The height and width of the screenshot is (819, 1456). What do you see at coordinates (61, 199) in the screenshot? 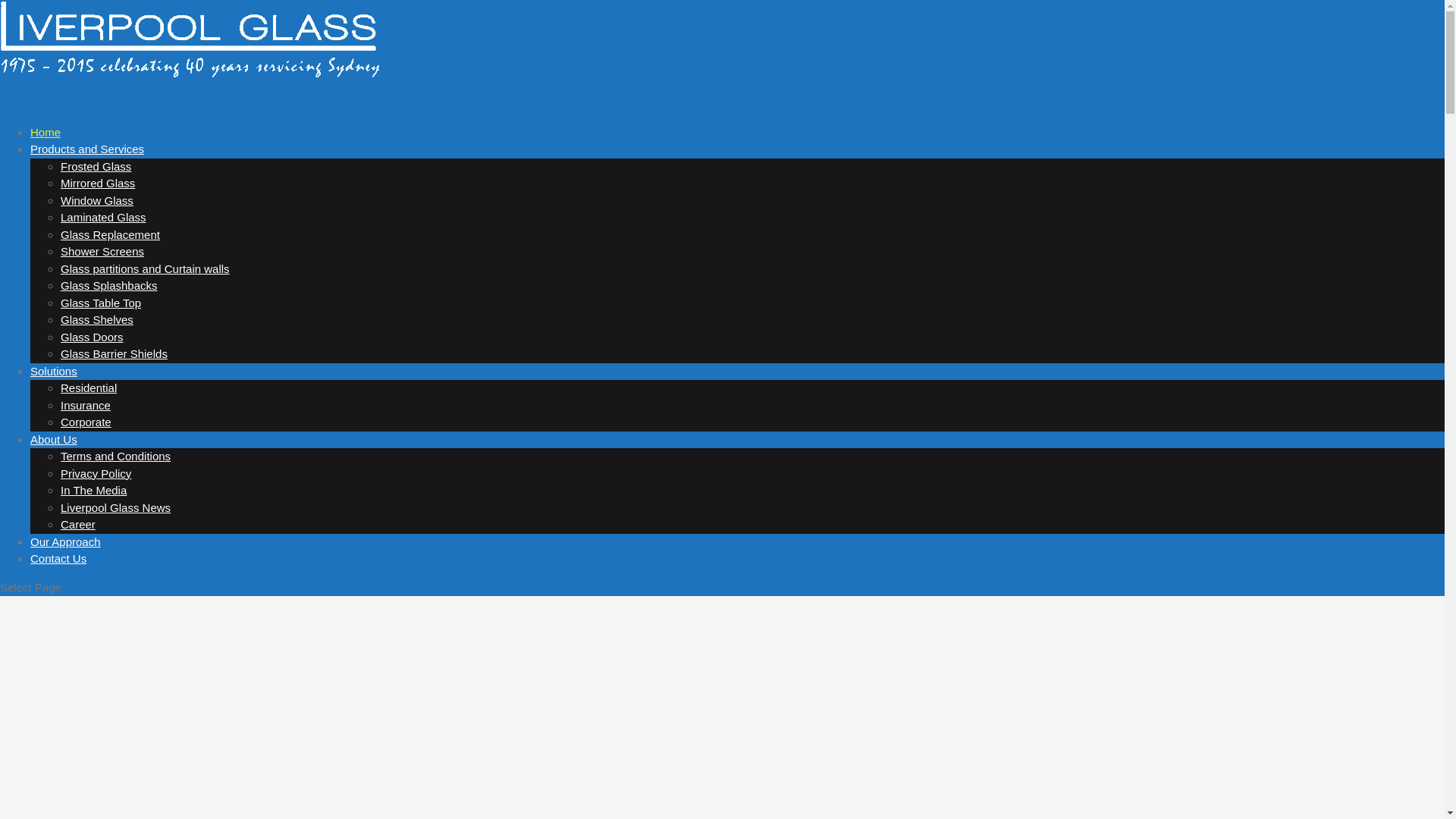
I see `'Window Glass'` at bounding box center [61, 199].